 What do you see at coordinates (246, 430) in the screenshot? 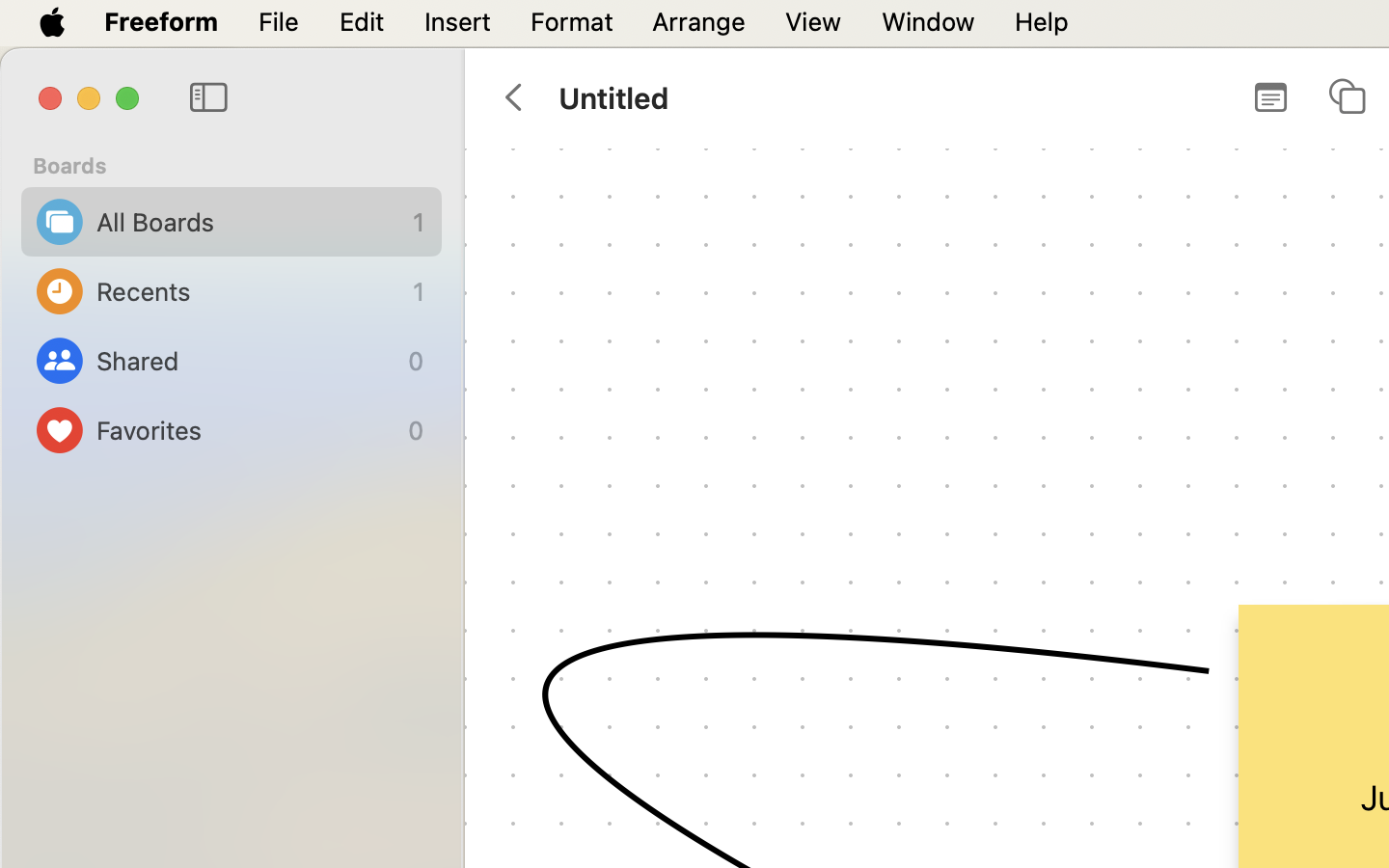
I see `'Favorites'` at bounding box center [246, 430].